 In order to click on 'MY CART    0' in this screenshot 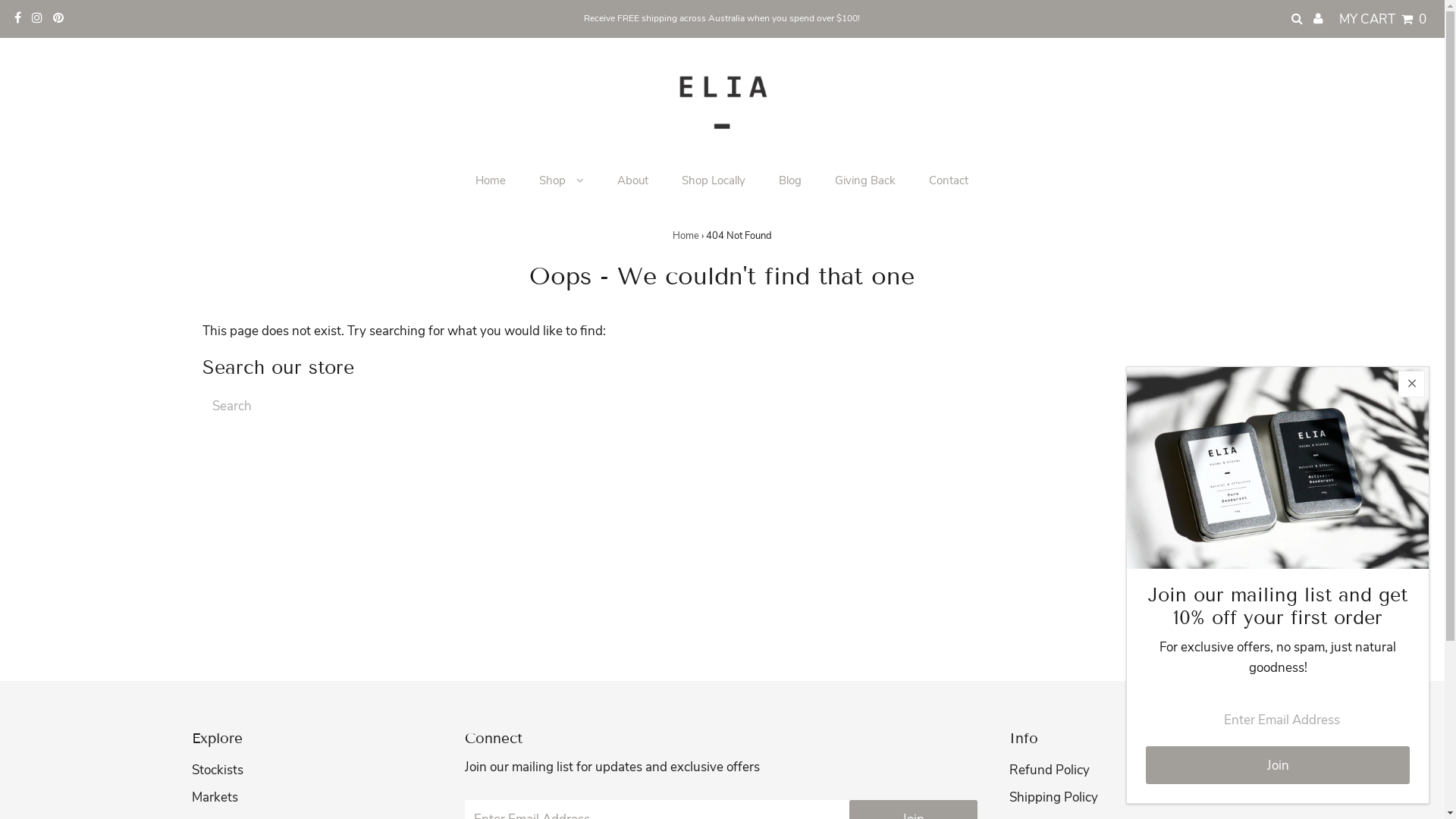, I will do `click(1335, 18)`.